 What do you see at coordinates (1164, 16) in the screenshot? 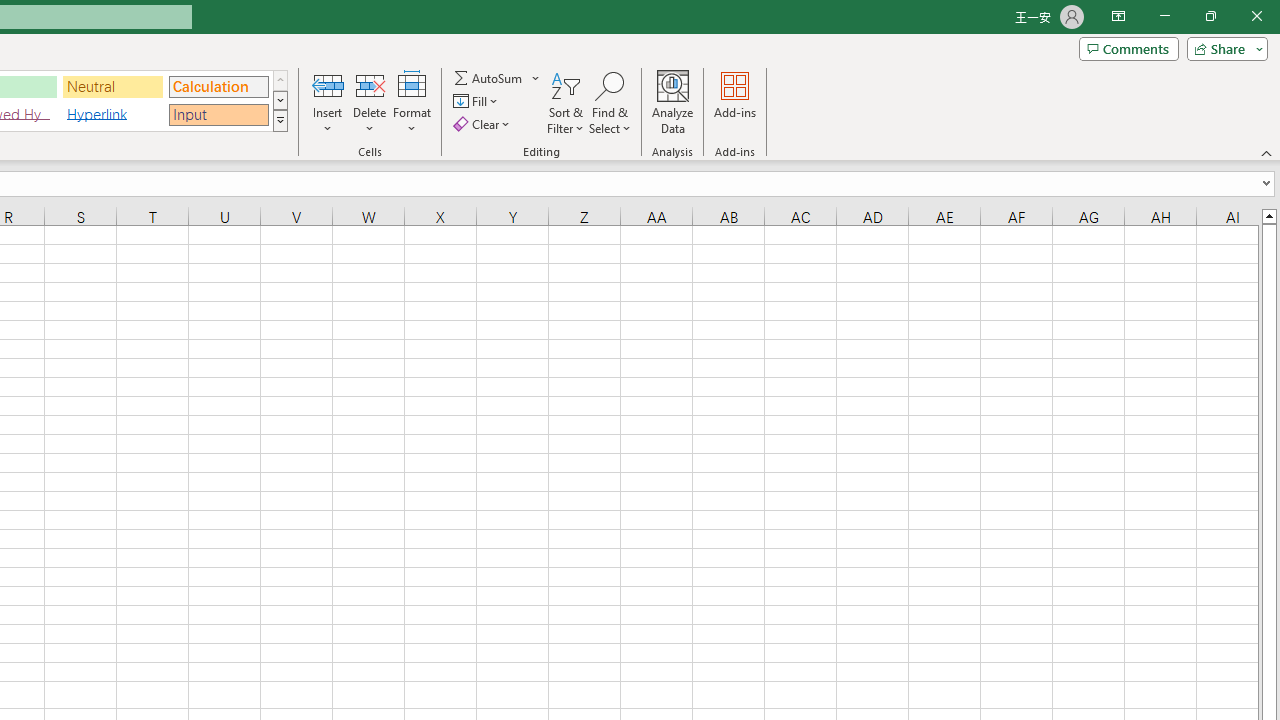
I see `'Minimize'` at bounding box center [1164, 16].